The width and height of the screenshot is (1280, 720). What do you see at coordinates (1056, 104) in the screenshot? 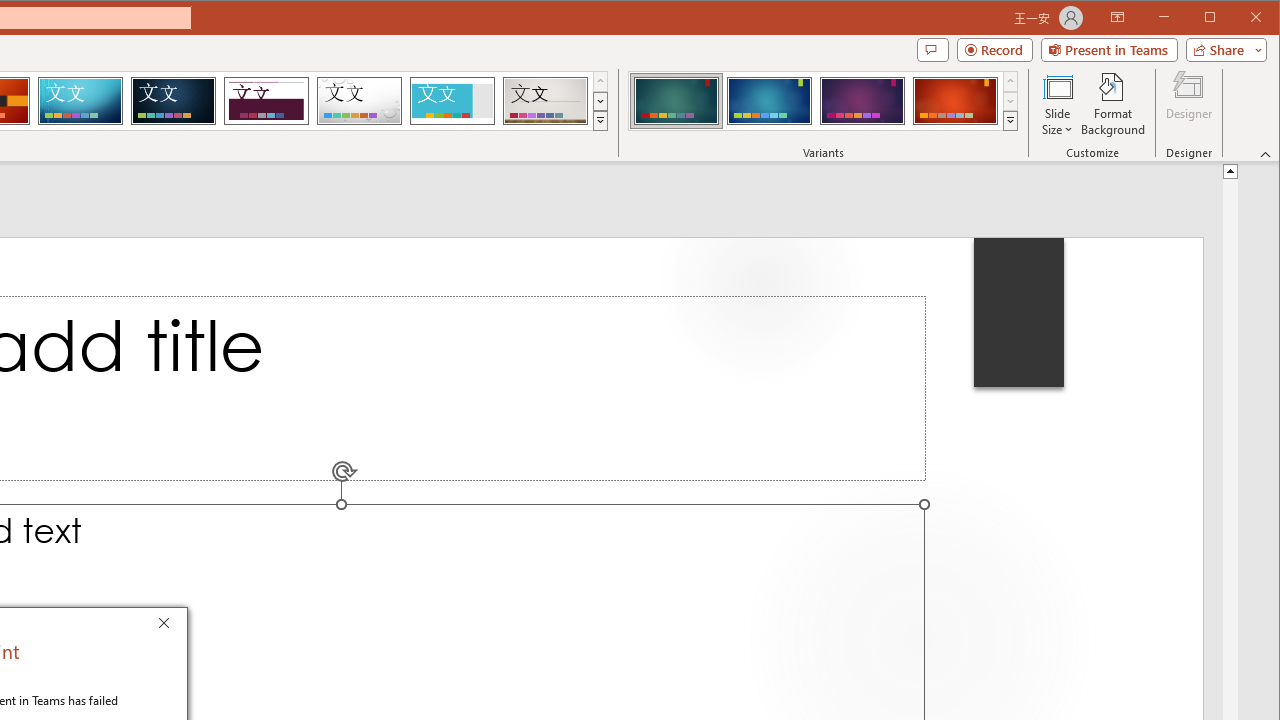
I see `'Slide Size'` at bounding box center [1056, 104].